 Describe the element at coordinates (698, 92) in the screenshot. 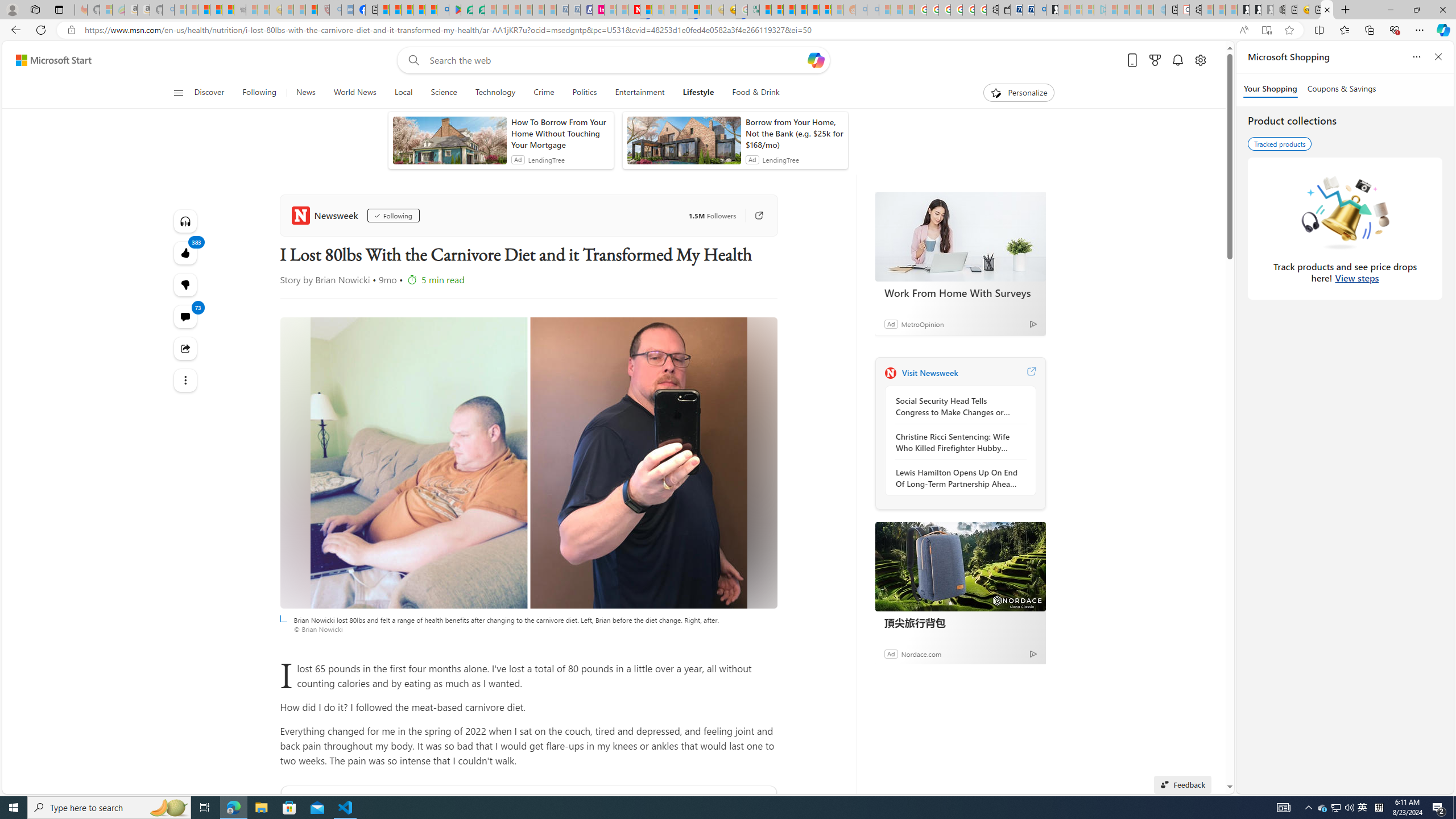

I see `'Lifestyle'` at that location.